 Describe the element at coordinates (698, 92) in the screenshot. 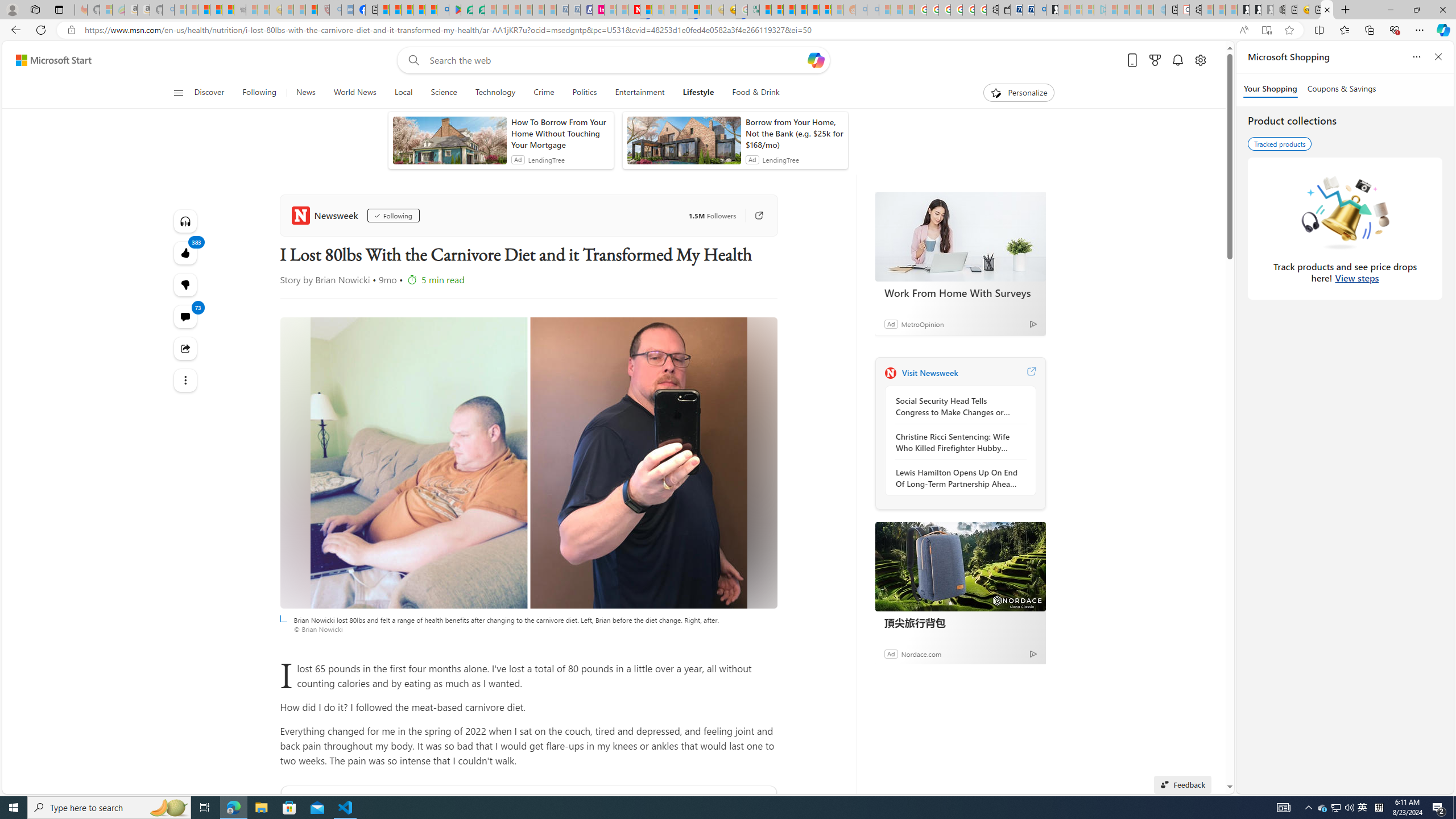

I see `'Lifestyle'` at that location.